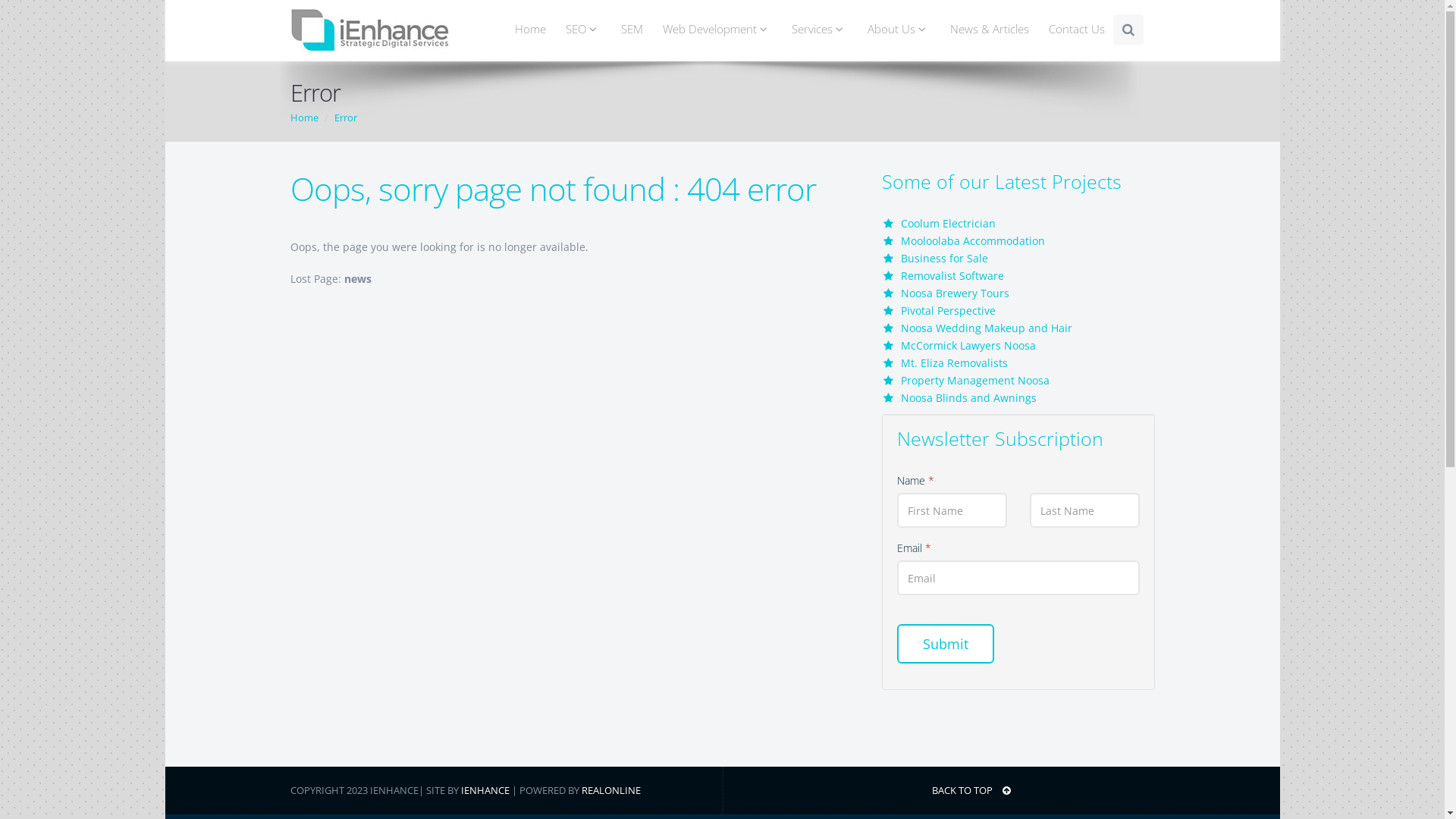  What do you see at coordinates (901, 345) in the screenshot?
I see `'McCormick Lawyers Noosa'` at bounding box center [901, 345].